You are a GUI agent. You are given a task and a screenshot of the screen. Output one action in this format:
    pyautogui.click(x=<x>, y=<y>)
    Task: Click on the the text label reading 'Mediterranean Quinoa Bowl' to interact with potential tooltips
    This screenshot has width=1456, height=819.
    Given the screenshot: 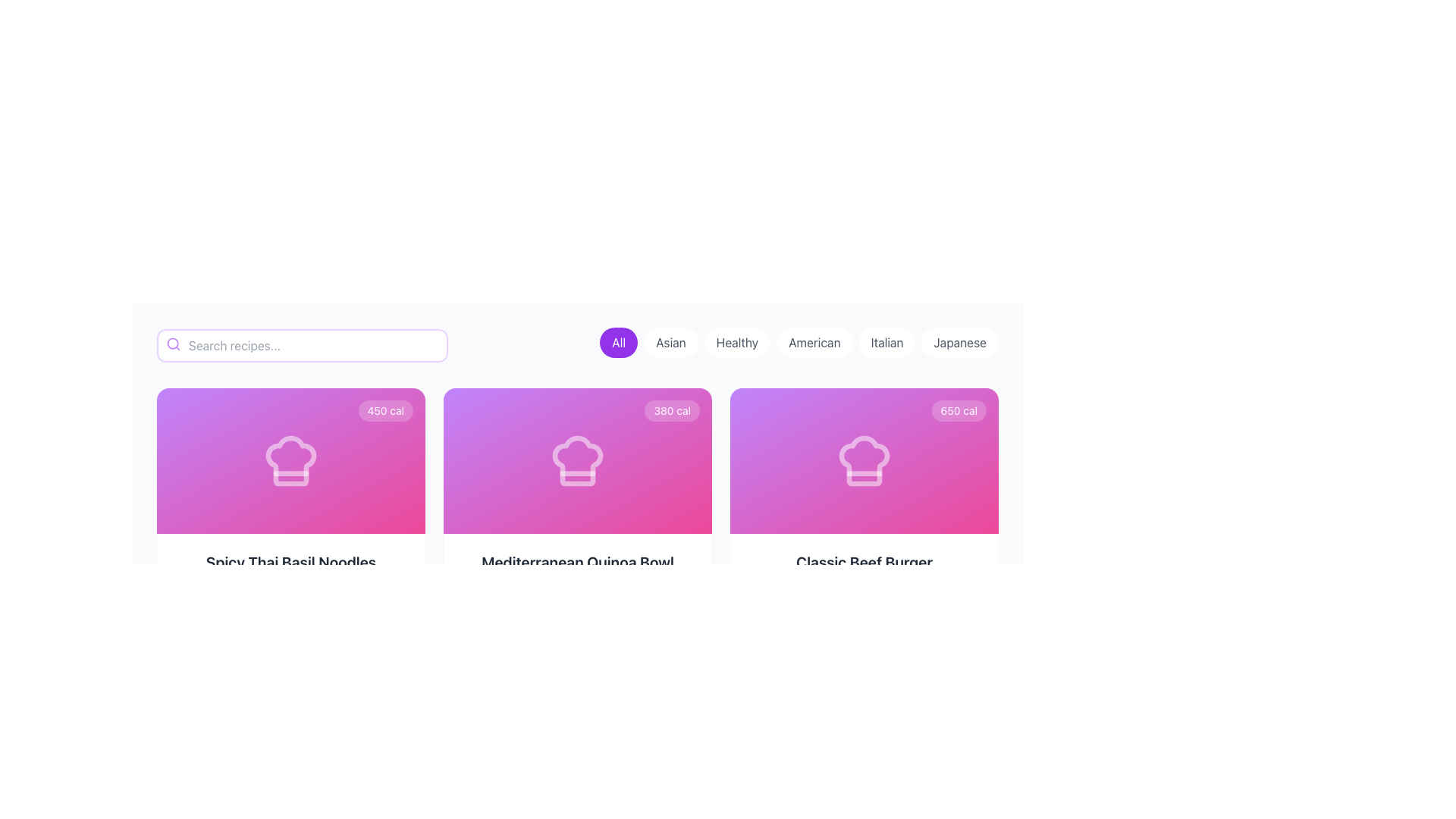 What is the action you would take?
    pyautogui.click(x=577, y=562)
    